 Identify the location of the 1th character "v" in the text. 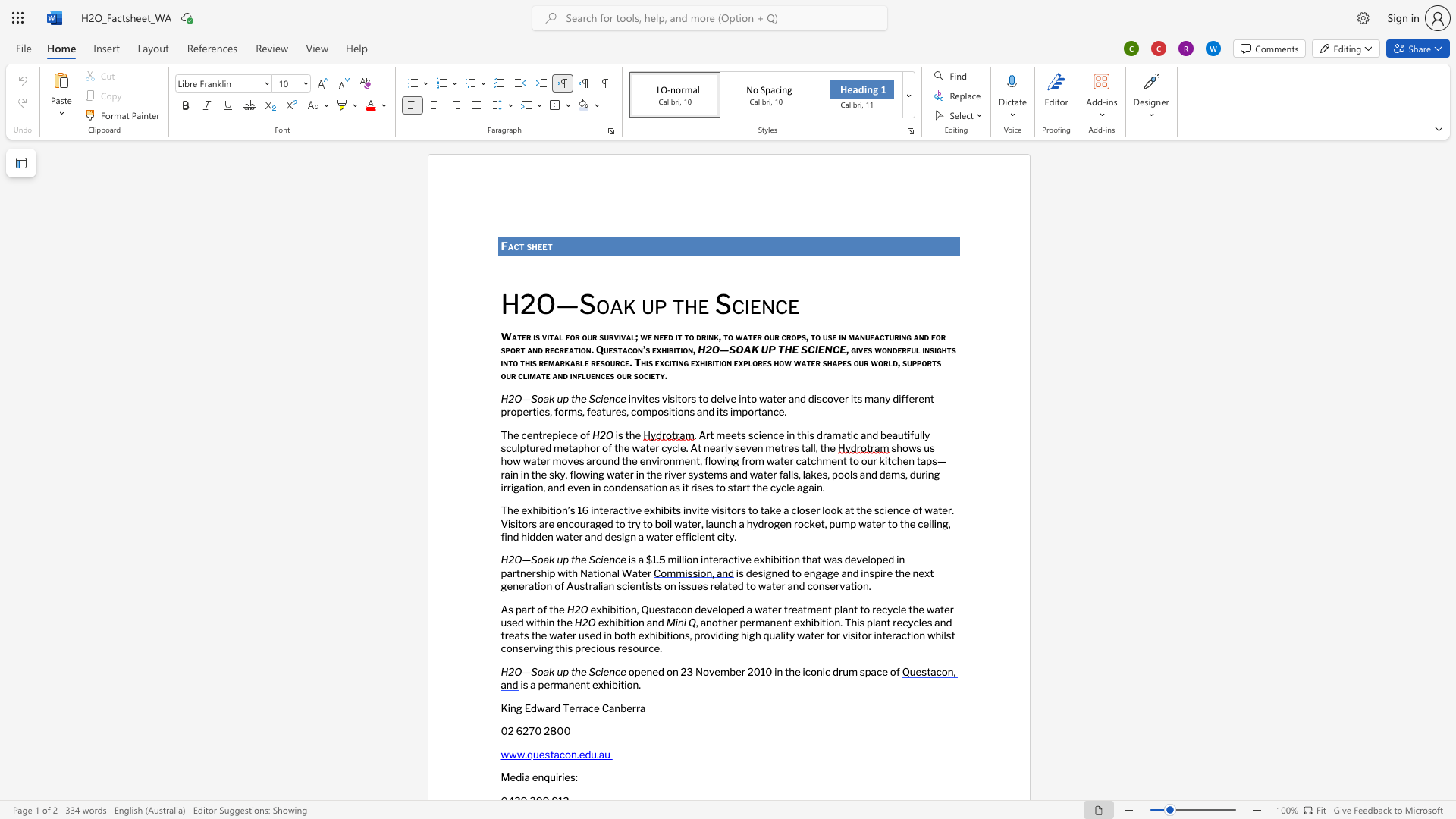
(708, 608).